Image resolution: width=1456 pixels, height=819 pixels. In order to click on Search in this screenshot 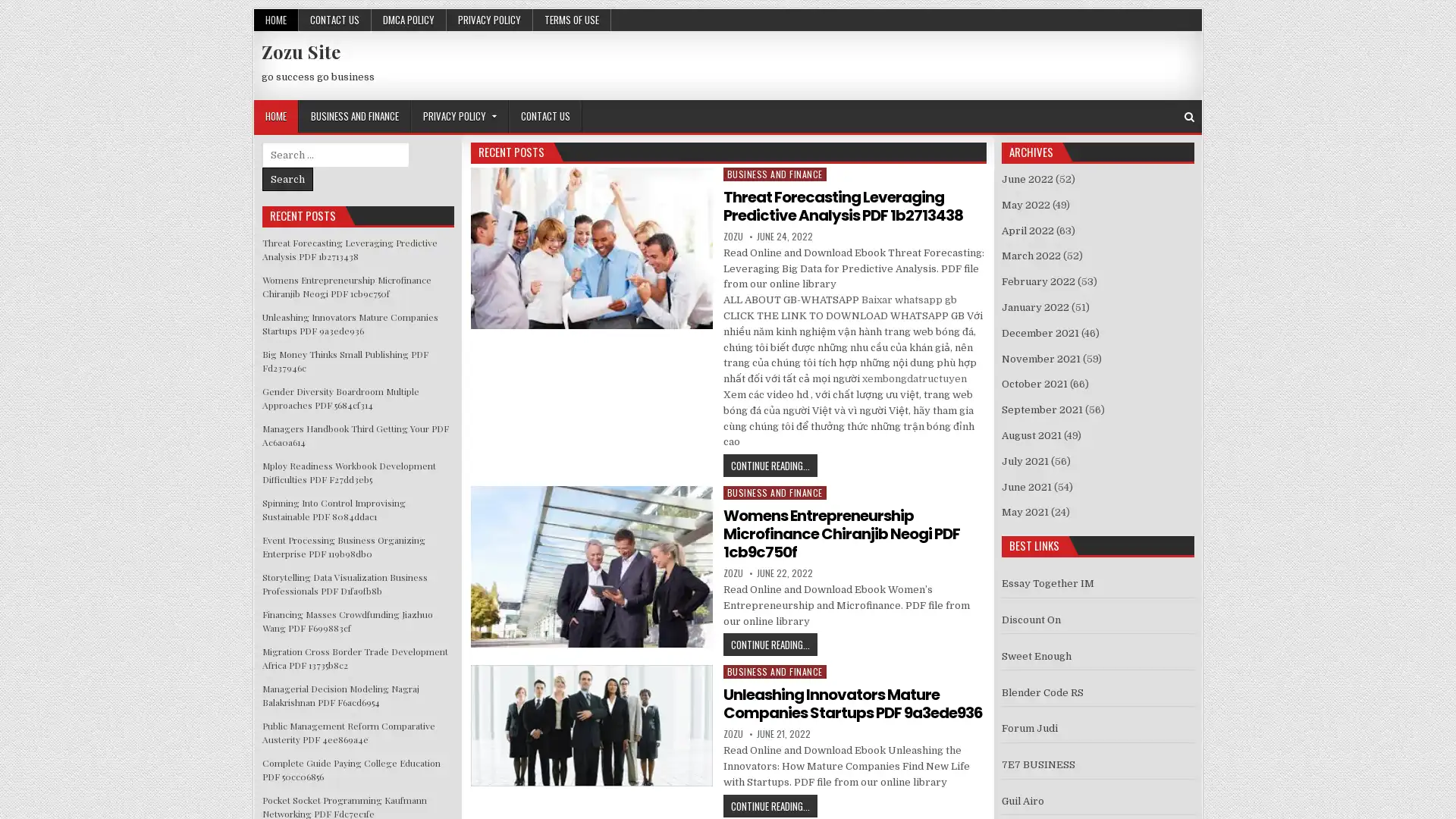, I will do `click(287, 178)`.